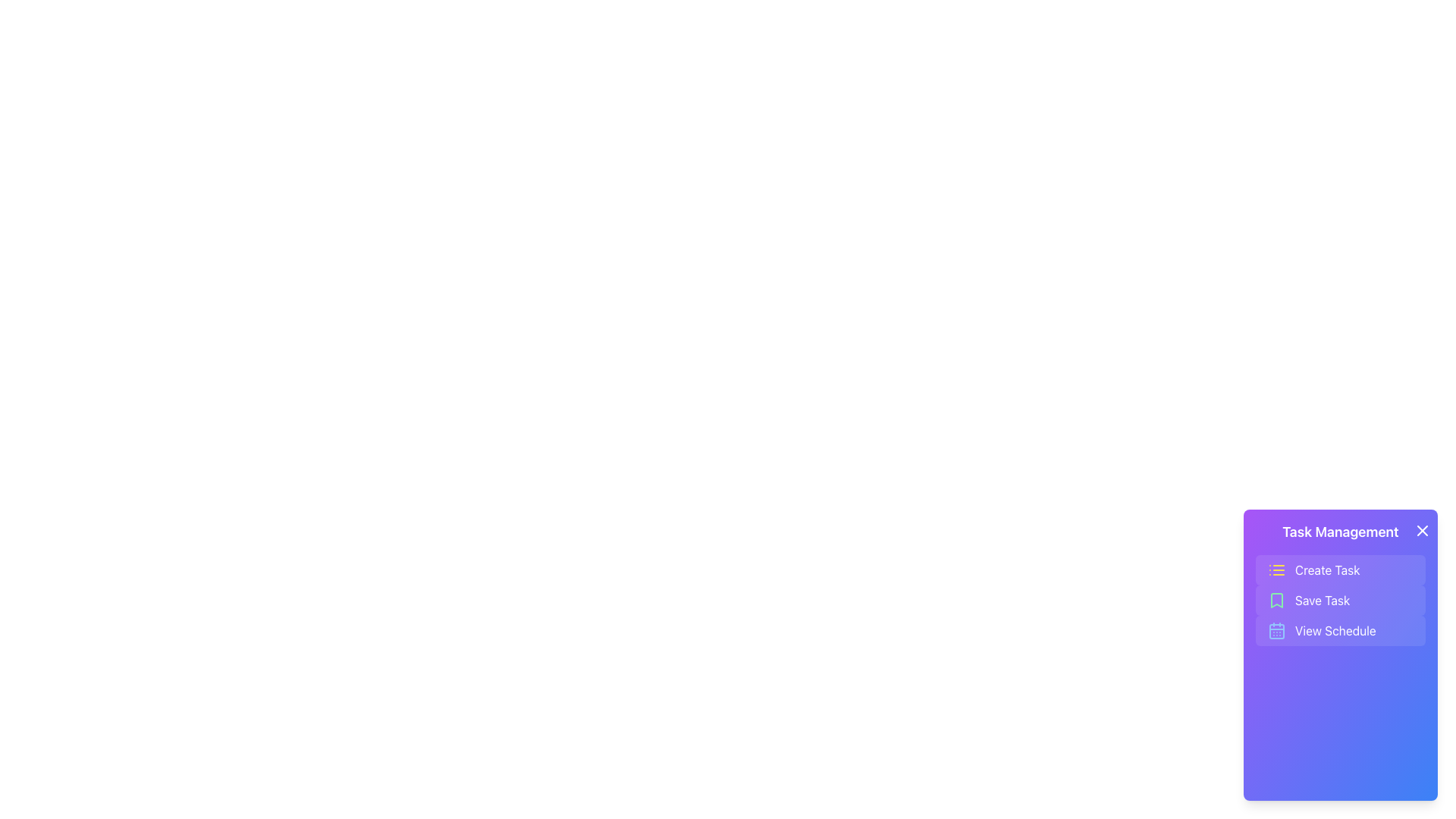  Describe the element at coordinates (1340, 654) in the screenshot. I see `the Control Panel located in the bottom-right of the interface` at that location.